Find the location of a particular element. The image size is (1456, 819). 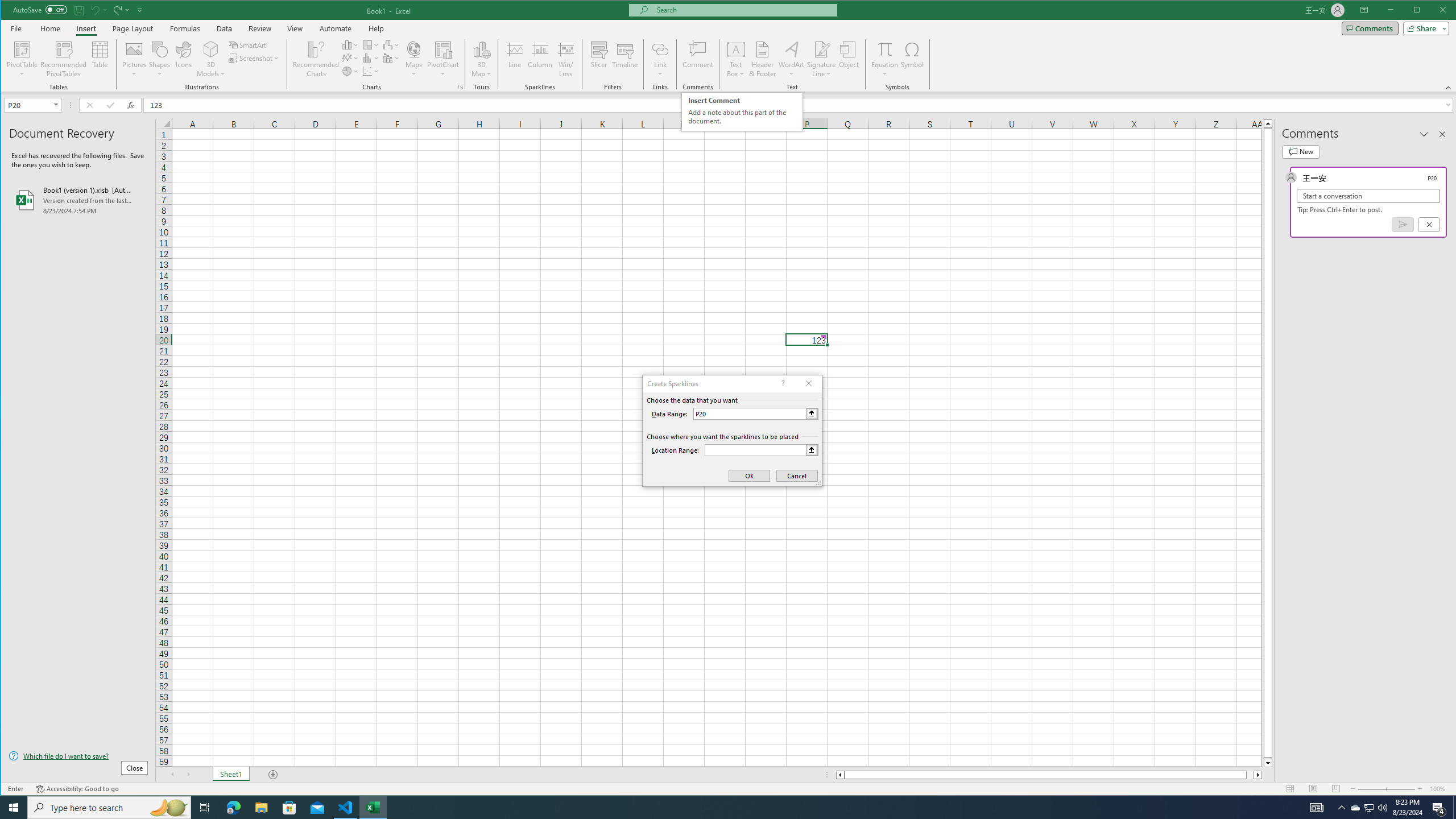

'Insert Scatter (X, Y) or Bubble Chart' is located at coordinates (371, 71).